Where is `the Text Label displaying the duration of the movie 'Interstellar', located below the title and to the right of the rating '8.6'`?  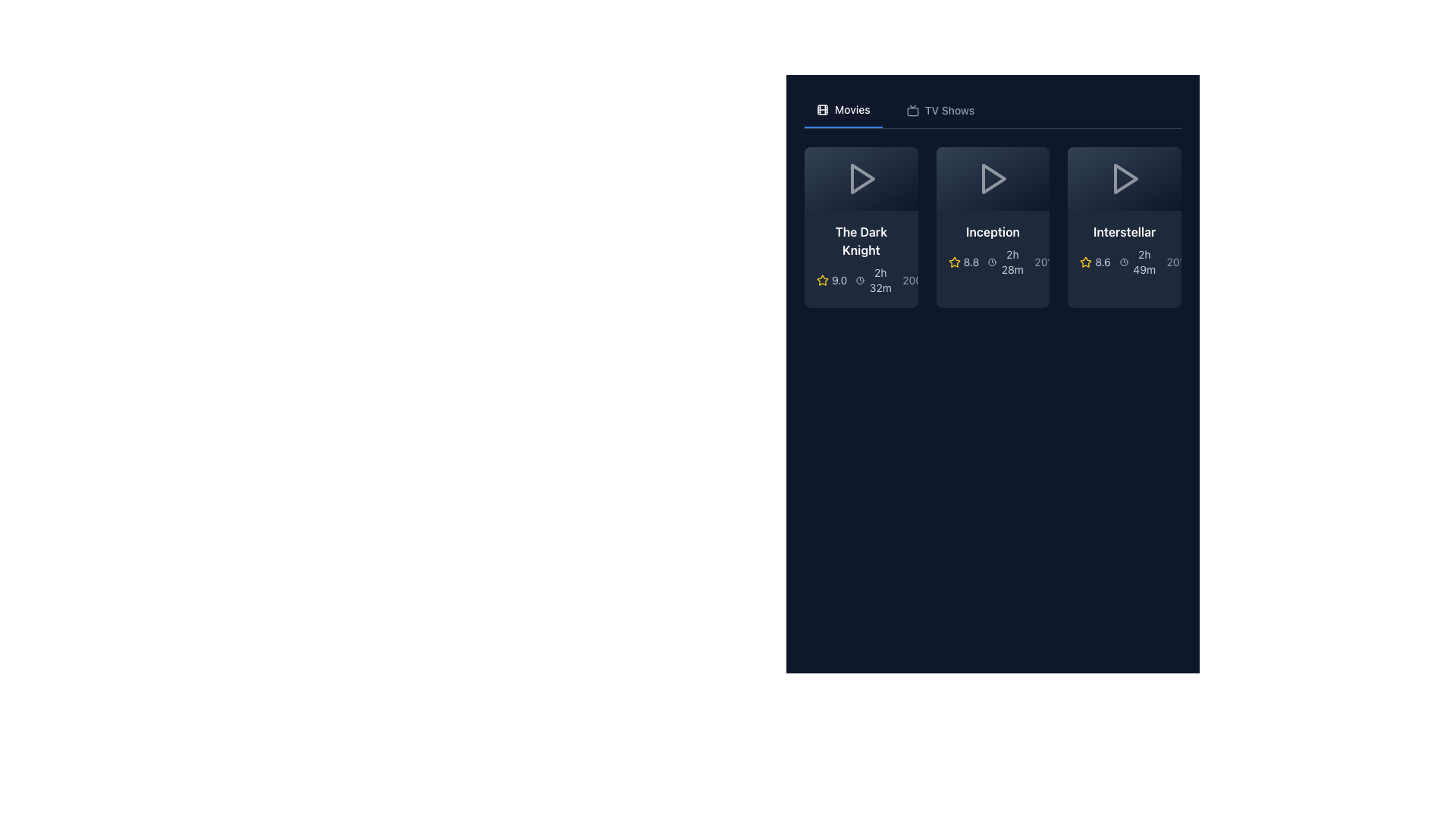 the Text Label displaying the duration of the movie 'Interstellar', located below the title and to the right of the rating '8.6' is located at coordinates (1144, 262).